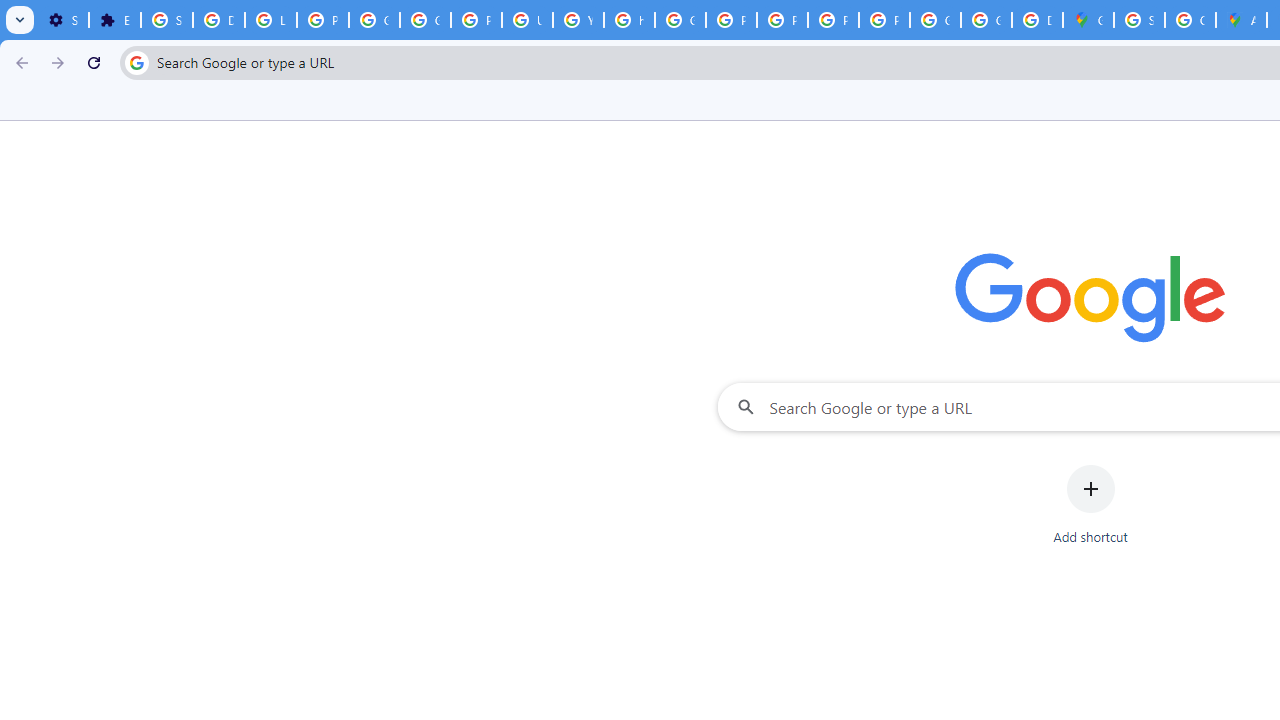 The height and width of the screenshot is (720, 1280). What do you see at coordinates (113, 20) in the screenshot?
I see `'Extensions'` at bounding box center [113, 20].